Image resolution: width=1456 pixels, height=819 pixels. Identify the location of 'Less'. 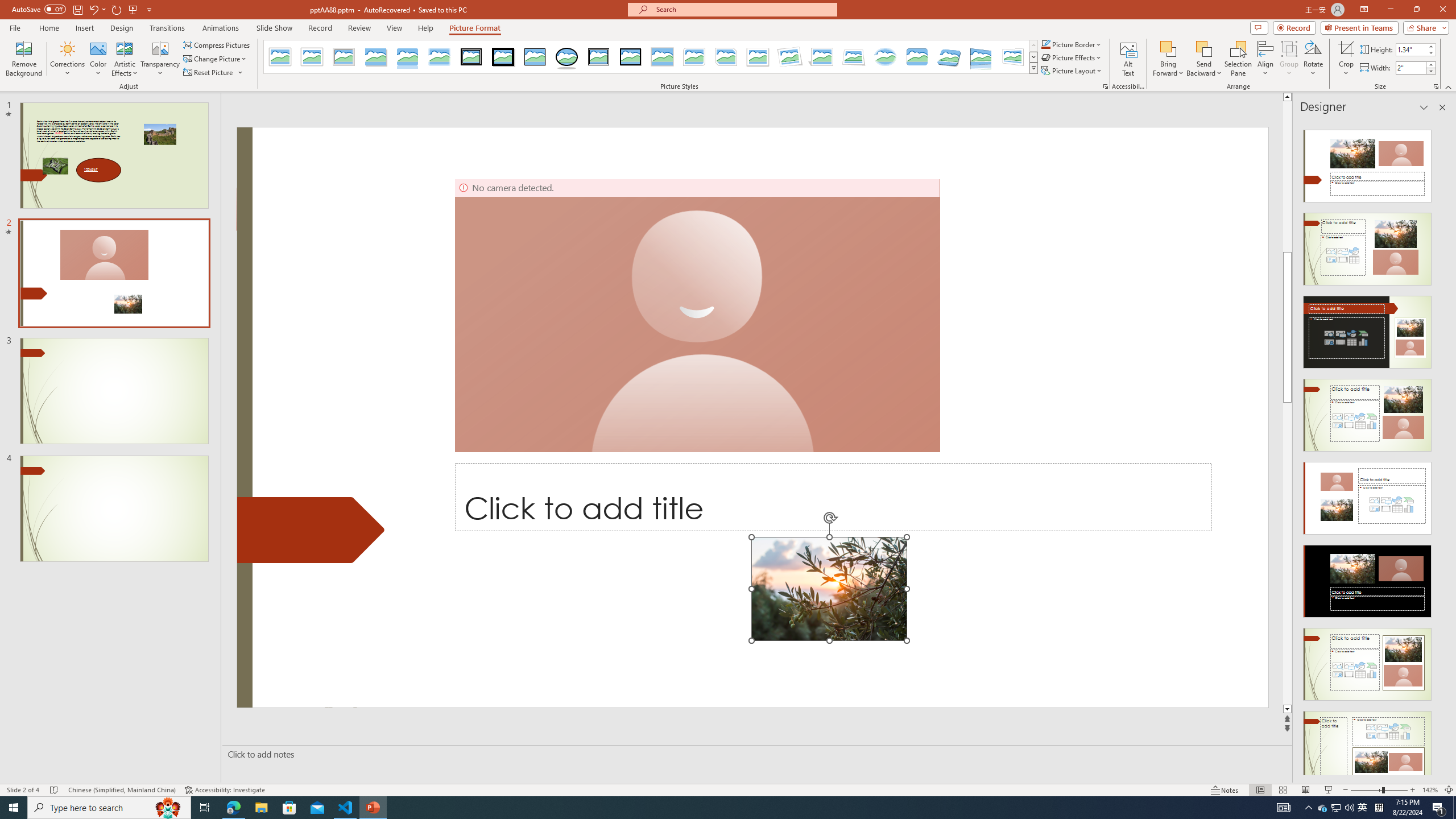
(1430, 70).